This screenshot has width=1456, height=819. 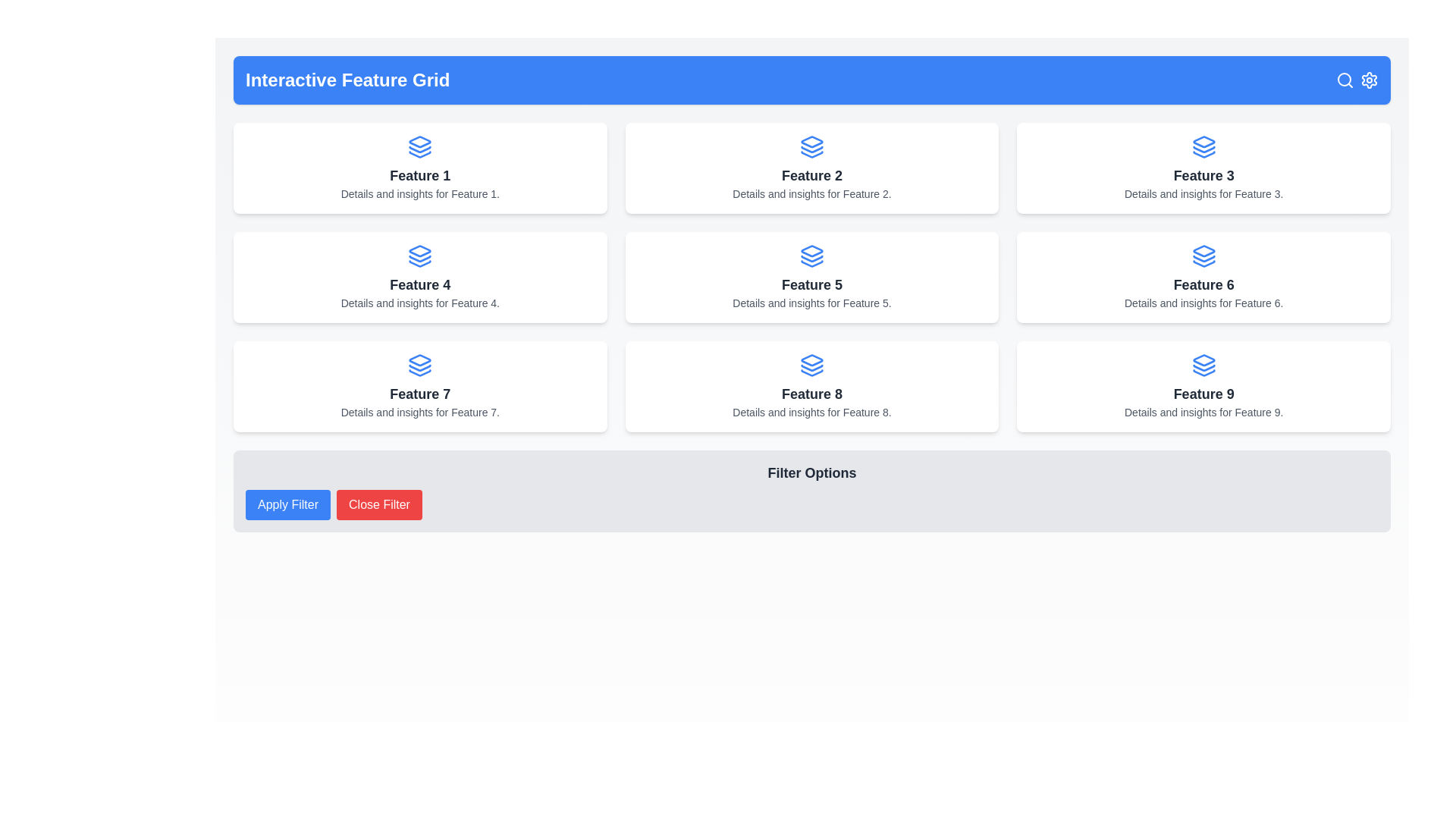 I want to click on contents of the 'Feature 4' overview card located in the second row, first column of the grid layout, so click(x=420, y=278).